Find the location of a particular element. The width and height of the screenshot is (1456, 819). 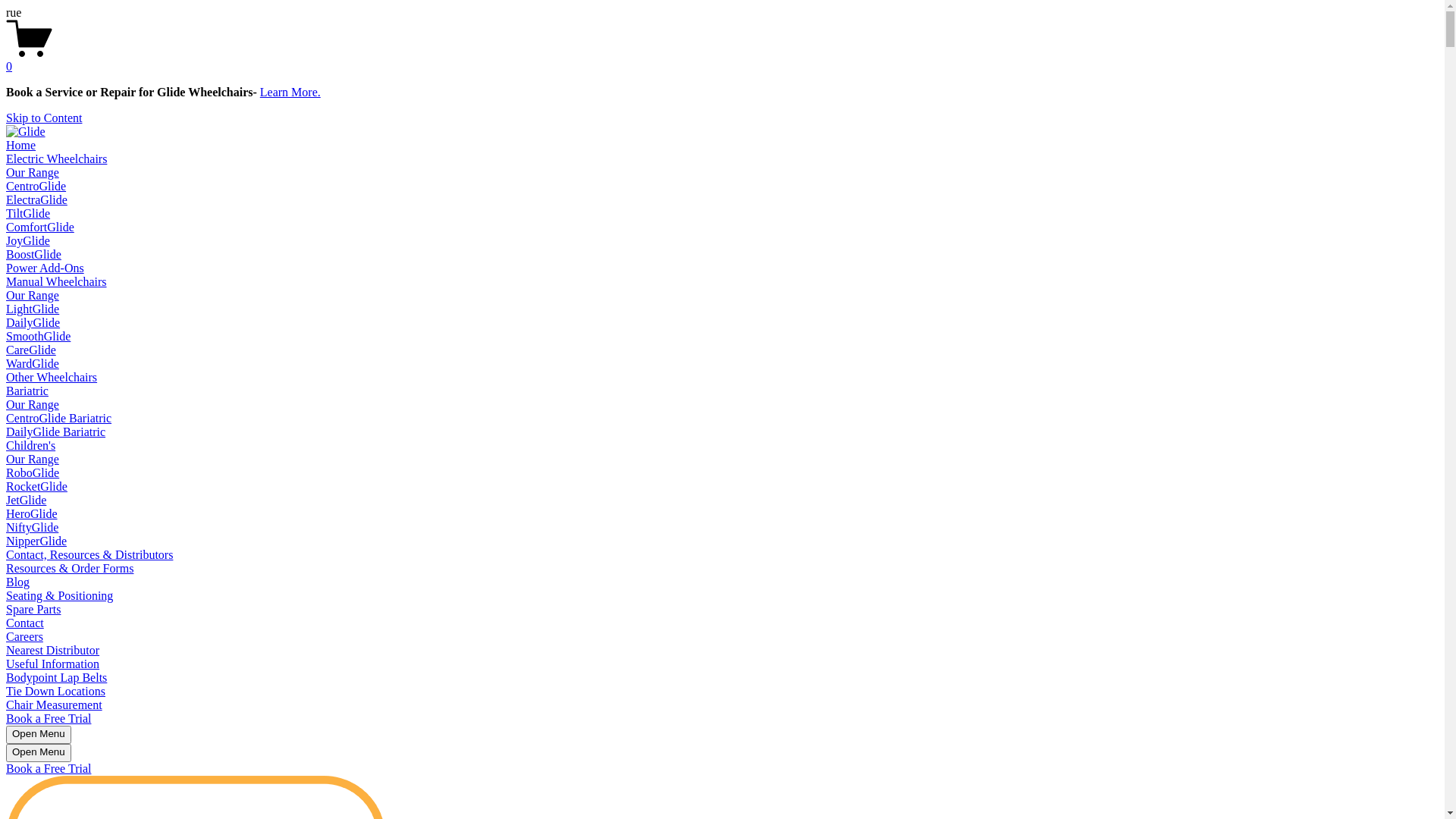

'Spare Parts' is located at coordinates (33, 608).